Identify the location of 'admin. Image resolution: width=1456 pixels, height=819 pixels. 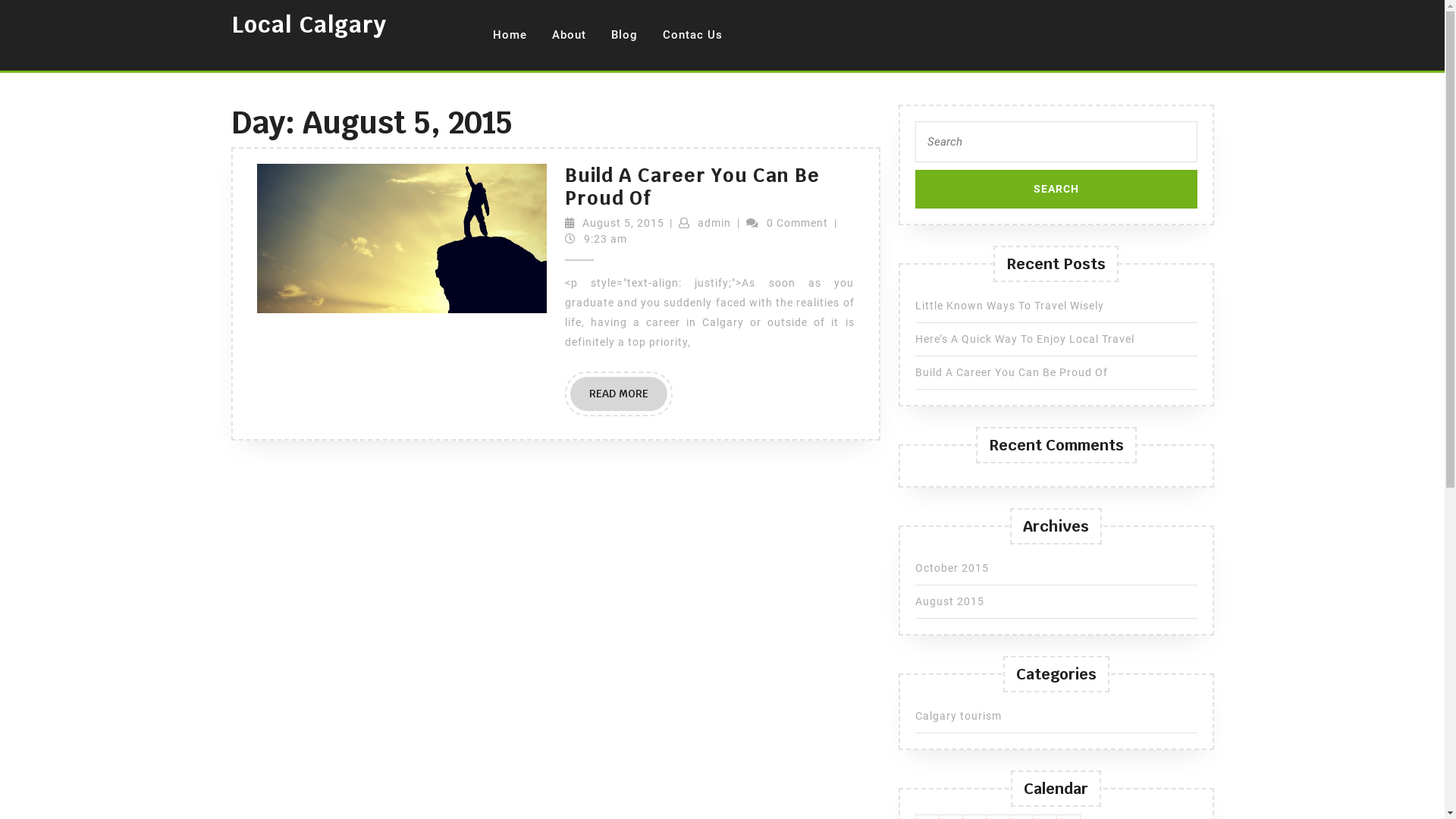
(713, 222).